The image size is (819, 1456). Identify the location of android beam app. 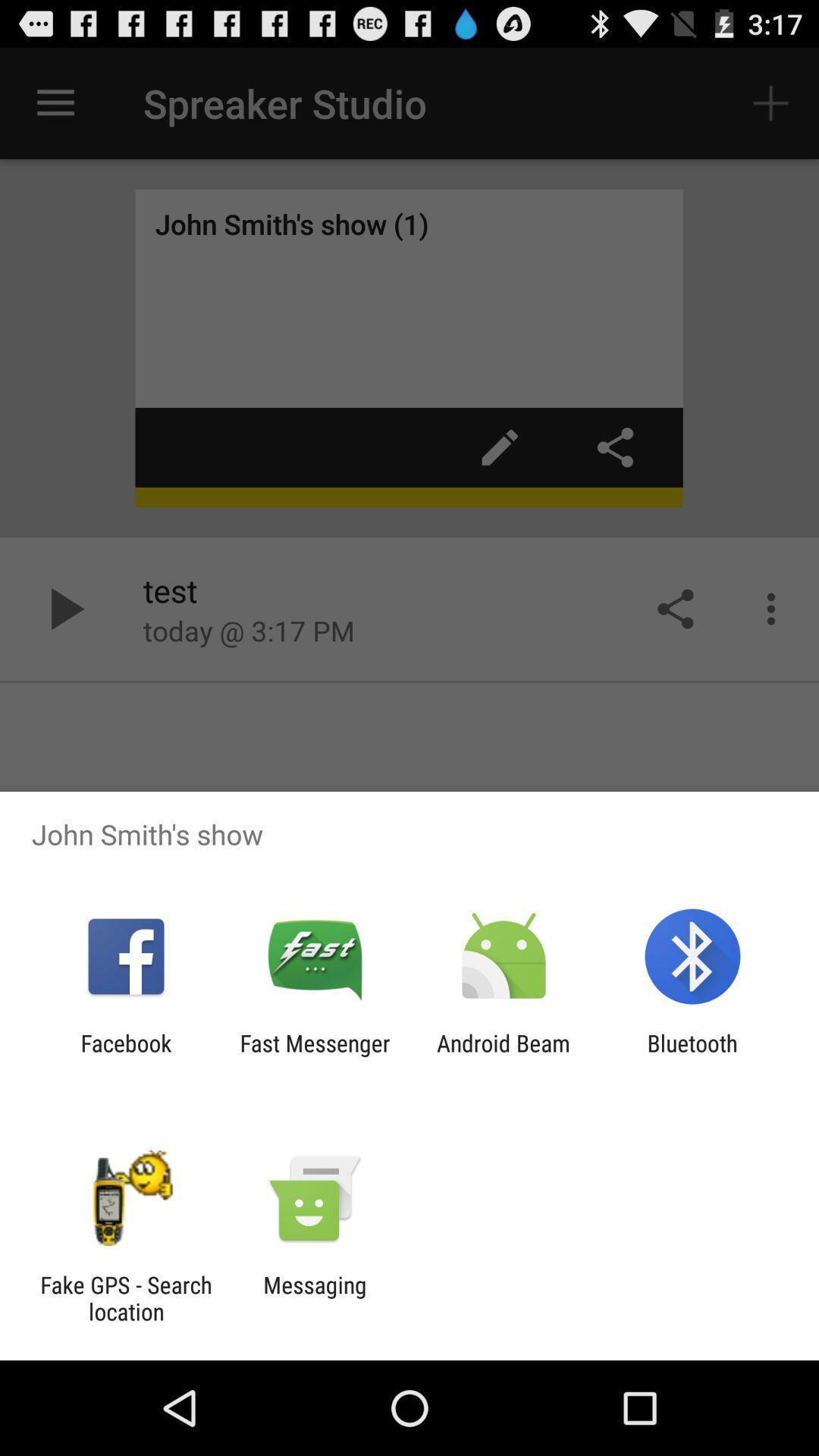
(504, 1056).